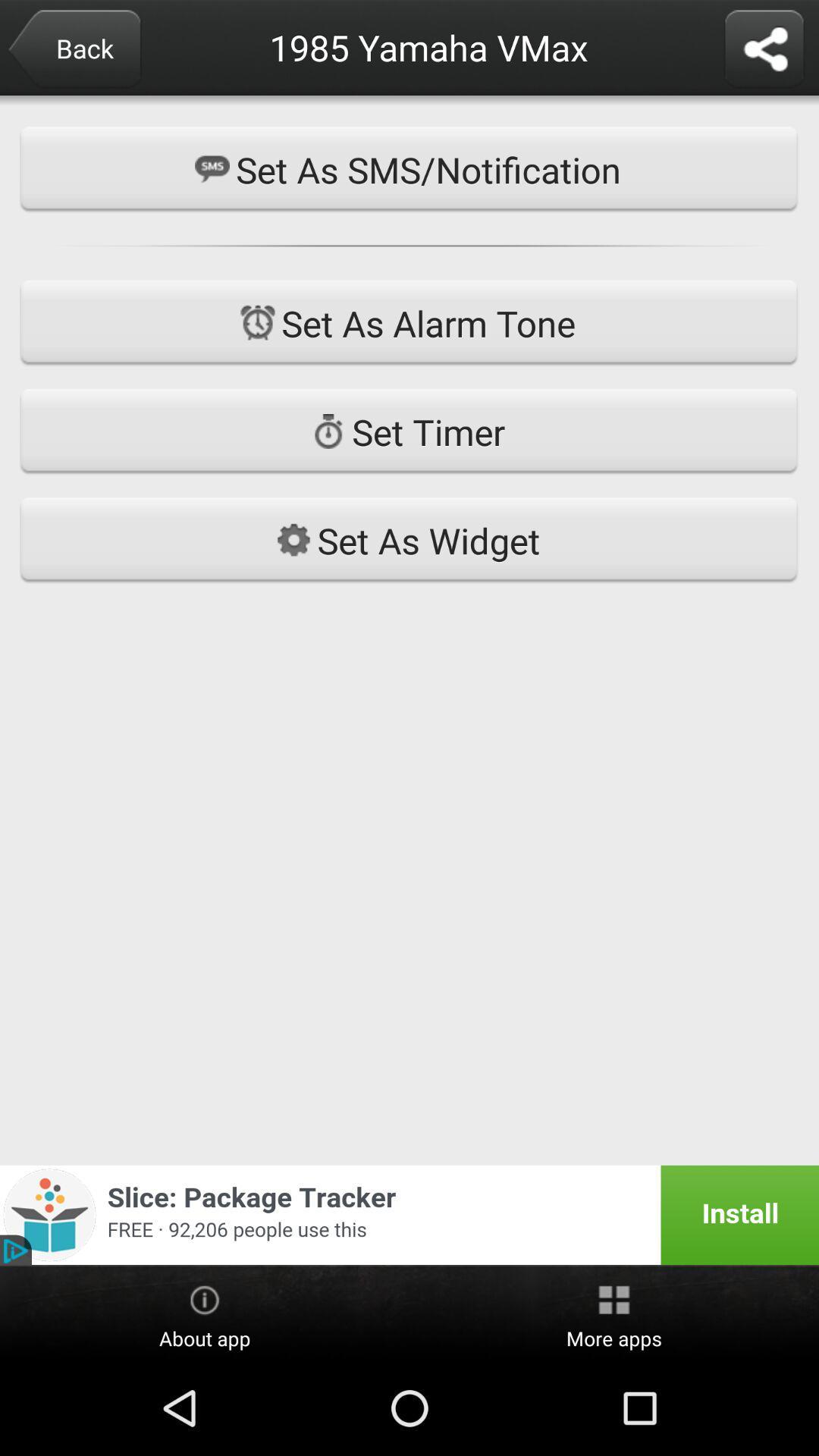 This screenshot has width=819, height=1456. Describe the element at coordinates (409, 1215) in the screenshot. I see `icon at the bottom` at that location.